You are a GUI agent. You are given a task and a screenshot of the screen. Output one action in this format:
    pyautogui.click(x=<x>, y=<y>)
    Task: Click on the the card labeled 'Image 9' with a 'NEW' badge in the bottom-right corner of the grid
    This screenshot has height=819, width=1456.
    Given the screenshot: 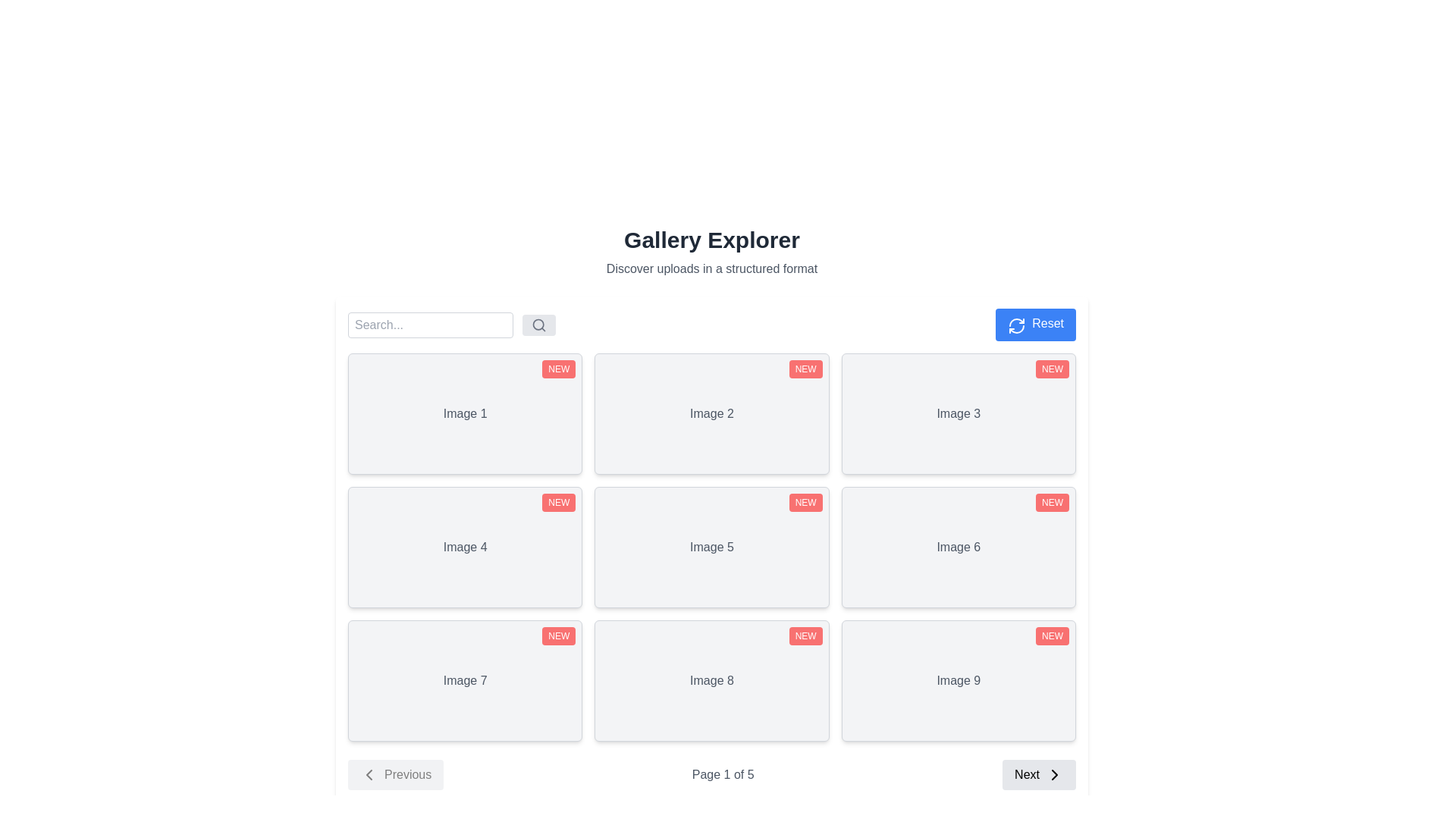 What is the action you would take?
    pyautogui.click(x=957, y=680)
    